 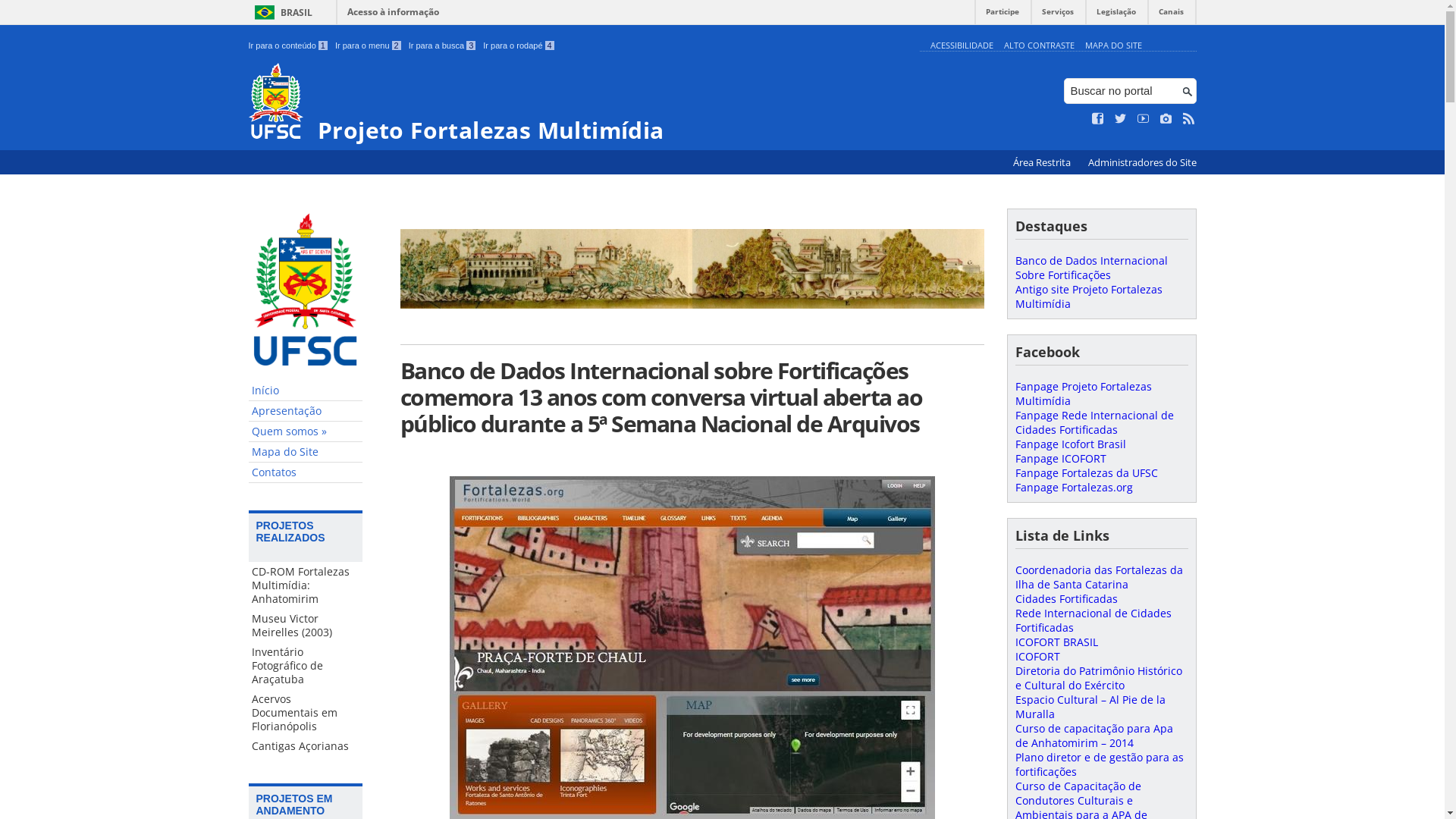 What do you see at coordinates (1059, 457) in the screenshot?
I see `'Fanpage ICOFORT'` at bounding box center [1059, 457].